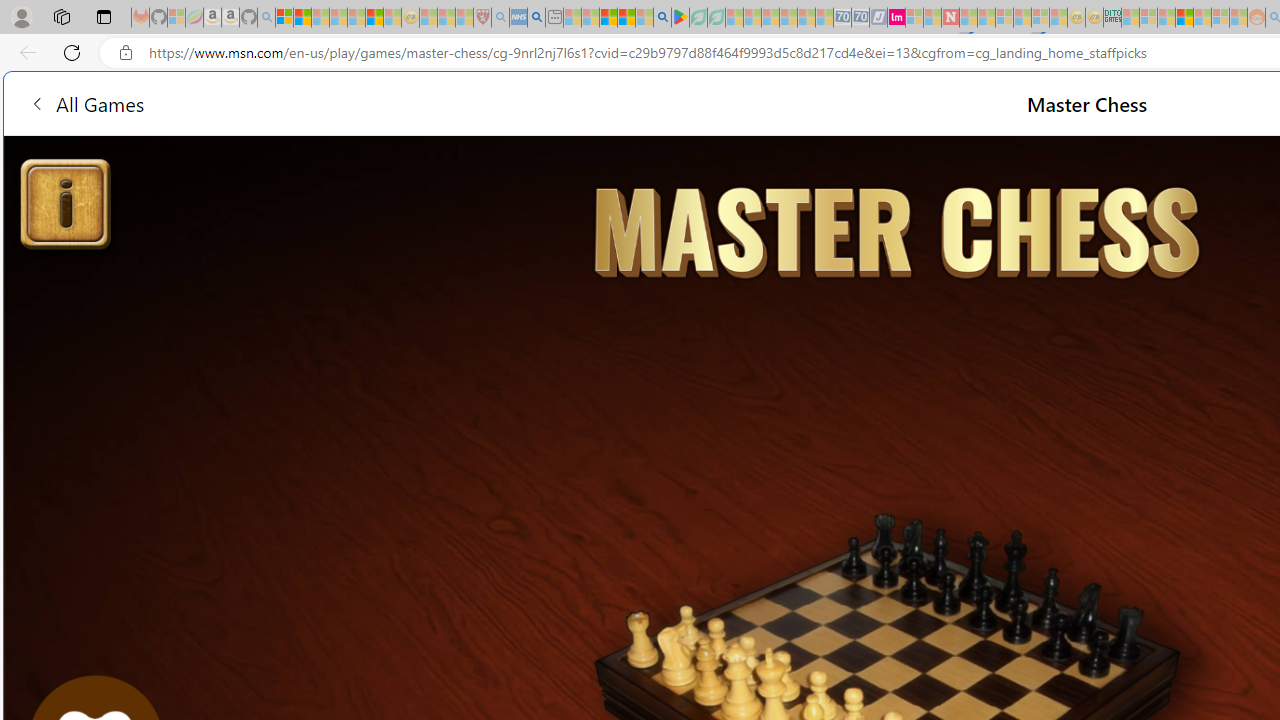 This screenshot has height=720, width=1280. Describe the element at coordinates (698, 17) in the screenshot. I see `'Terms of Use Agreement - Sleeping'` at that location.